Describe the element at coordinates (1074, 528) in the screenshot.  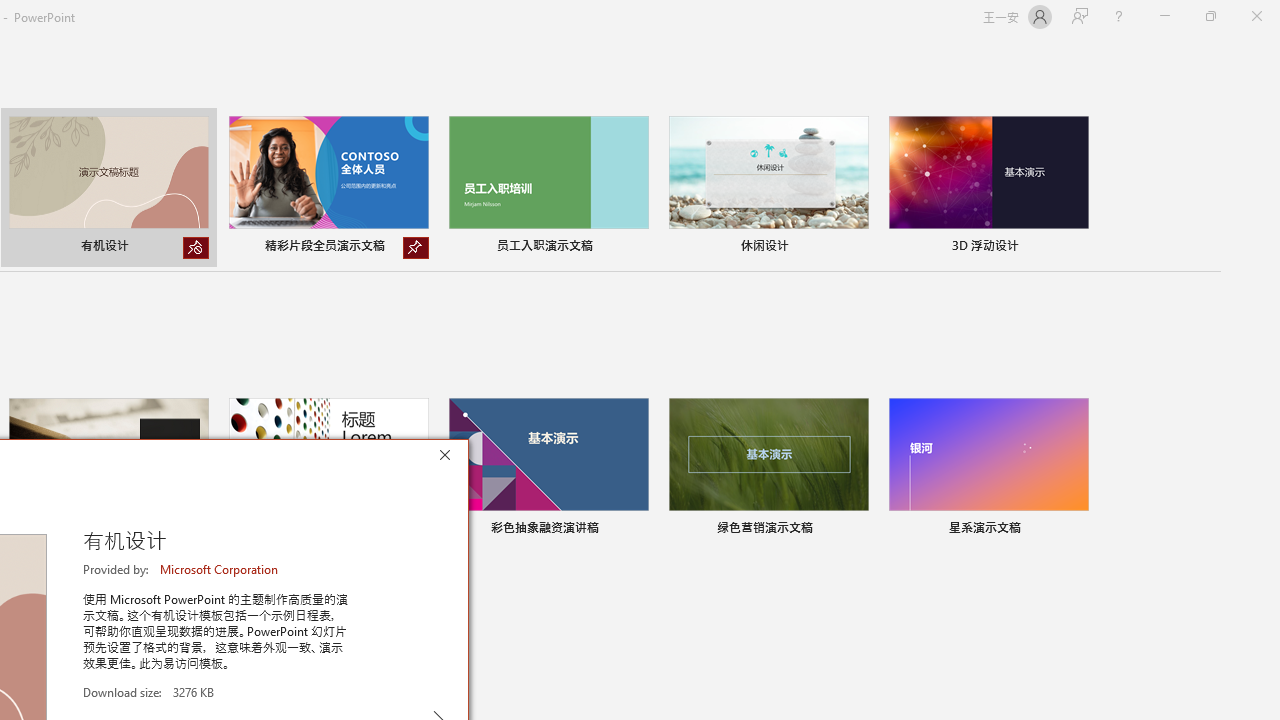
I see `'Pin to list'` at that location.